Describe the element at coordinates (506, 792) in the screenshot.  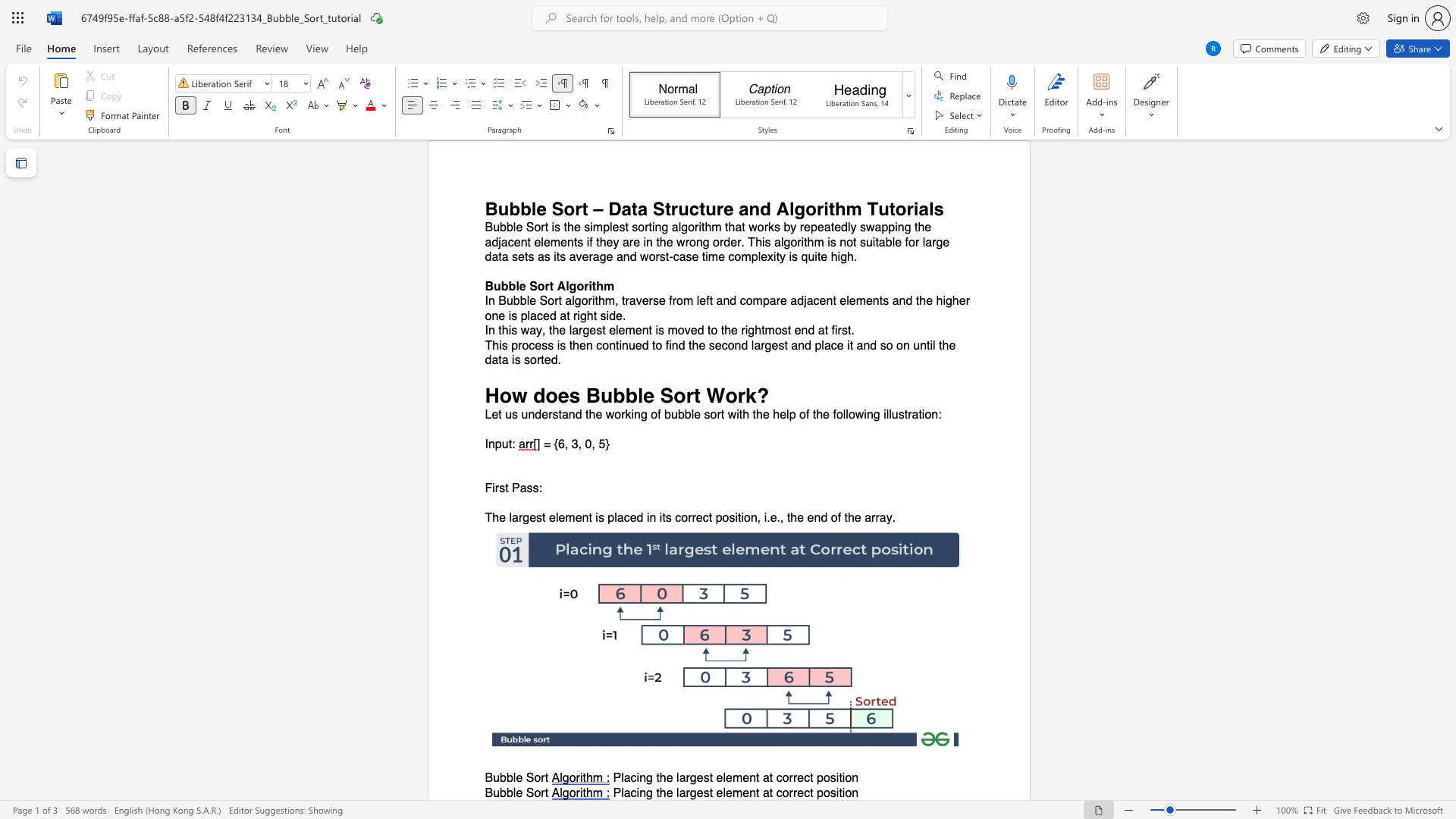
I see `the subset text "ble S" within the text "Bubble Sort"` at that location.